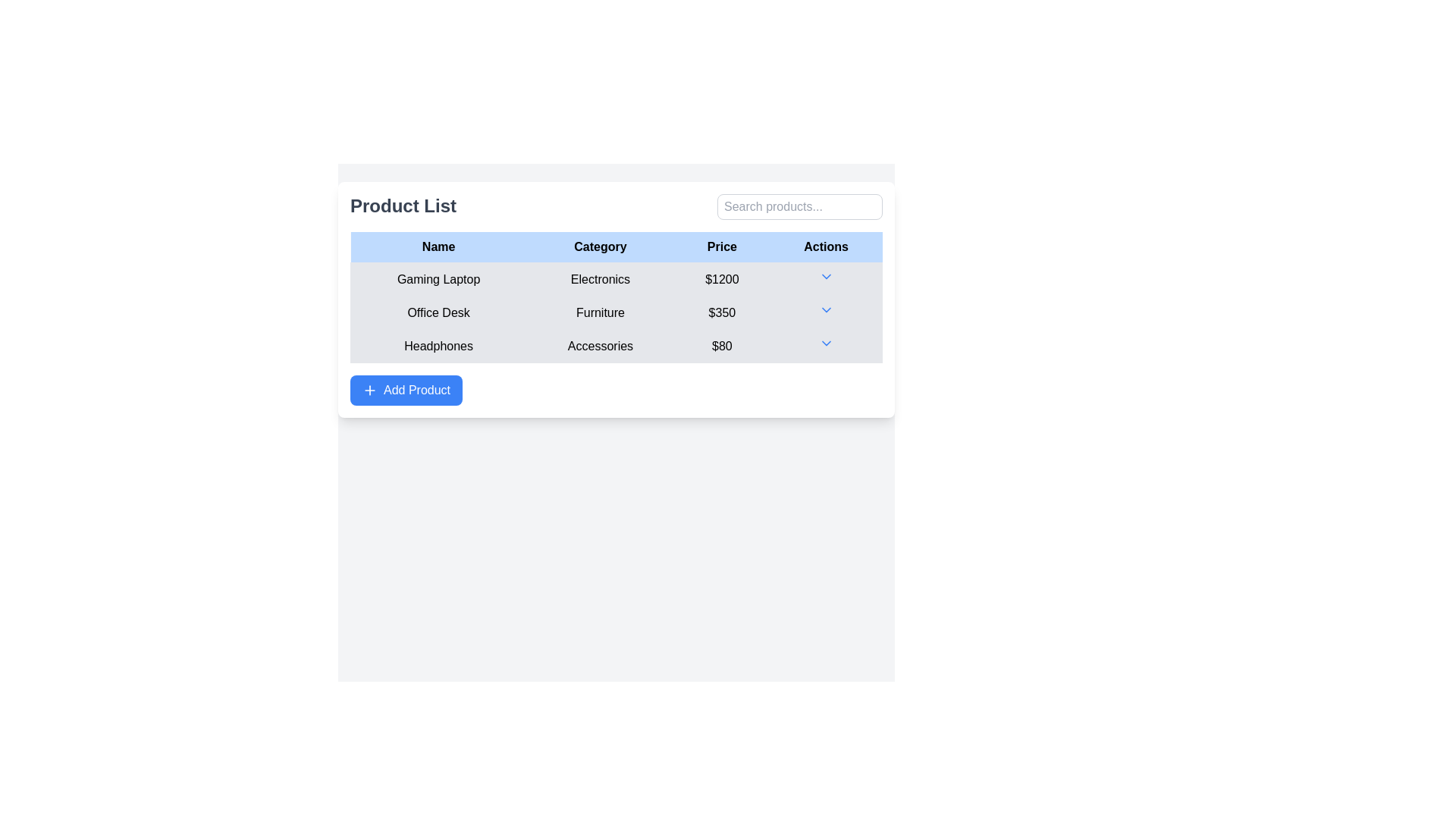 The image size is (1456, 819). I want to click on the static text display showing the price of the 'Headphones' item, located in the fourth column of the last row under the 'Price' column, so click(721, 346).